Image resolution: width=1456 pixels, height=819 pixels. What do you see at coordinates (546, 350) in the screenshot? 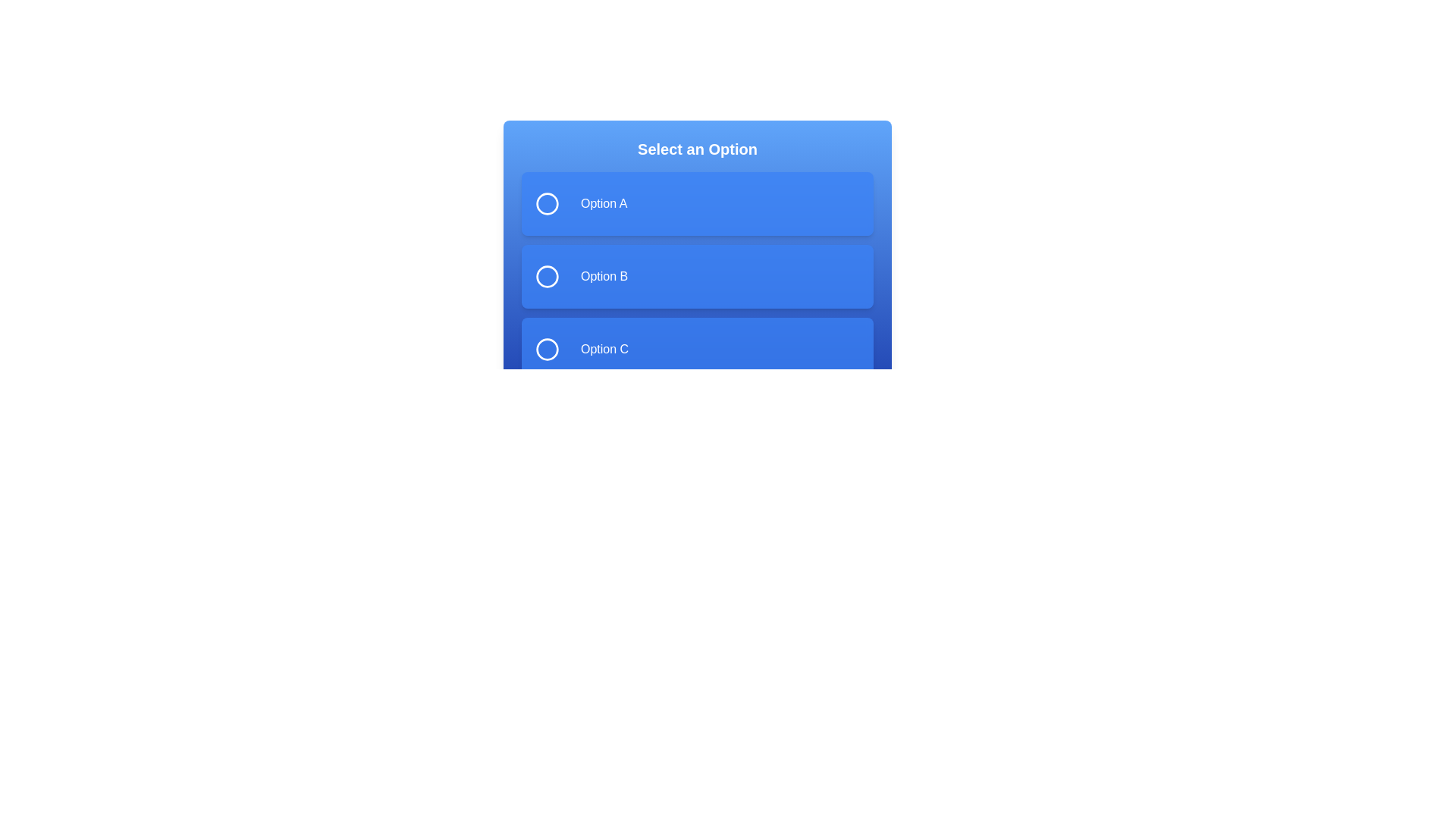
I see `the circular radio button indicator for 'Option C'` at bounding box center [546, 350].